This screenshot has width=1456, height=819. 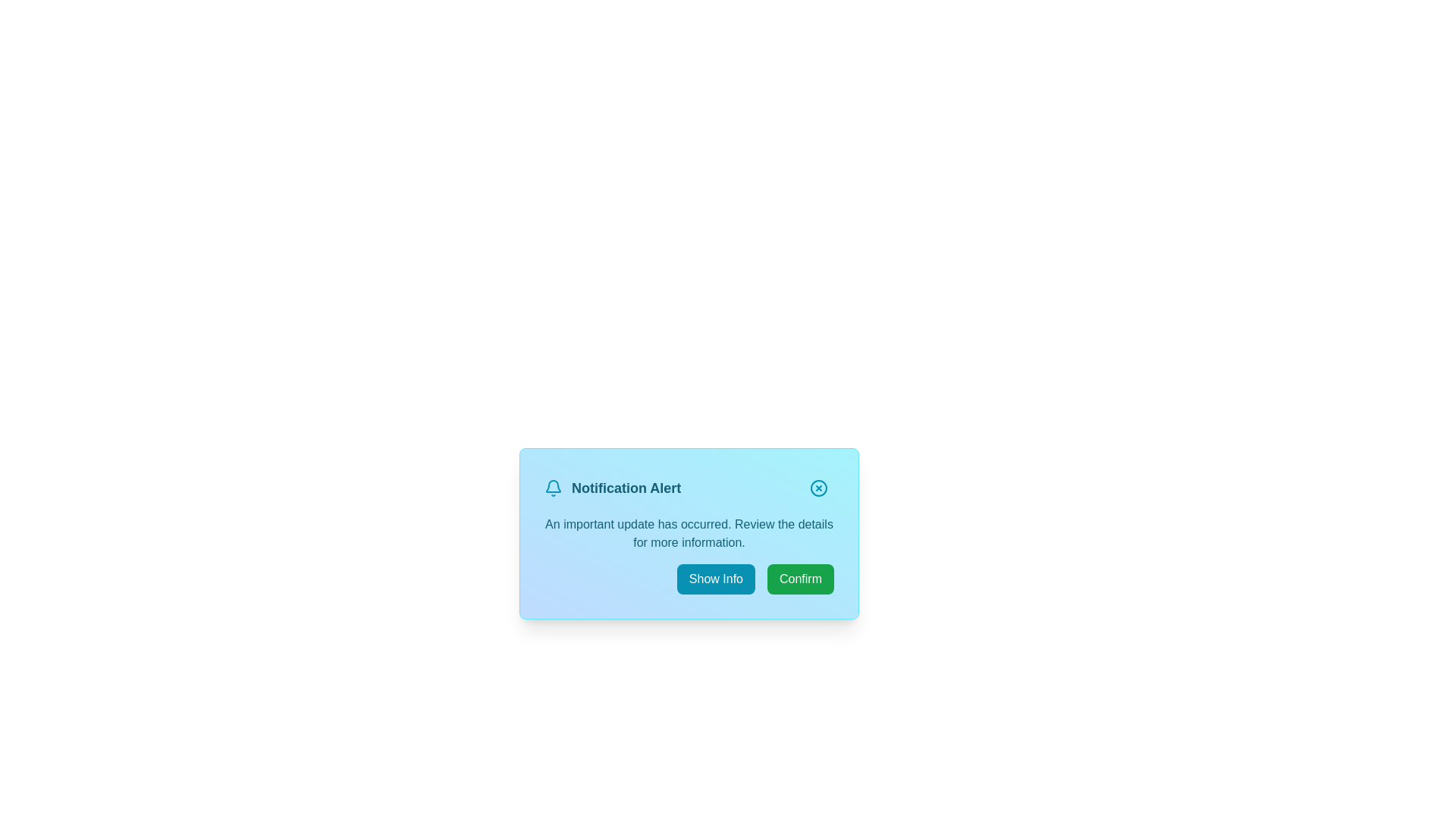 I want to click on the 'Confirm' button to acknowledge the notification, so click(x=800, y=579).